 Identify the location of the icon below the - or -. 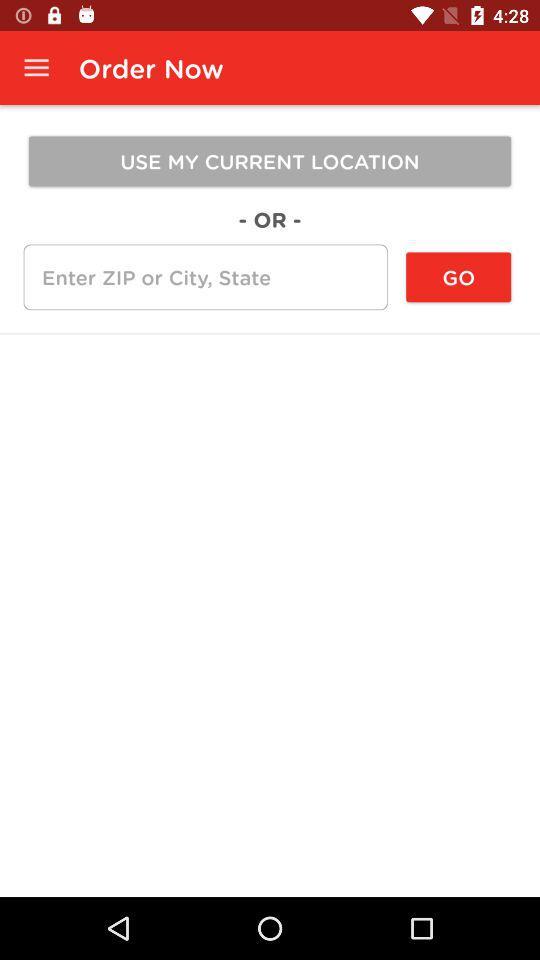
(204, 276).